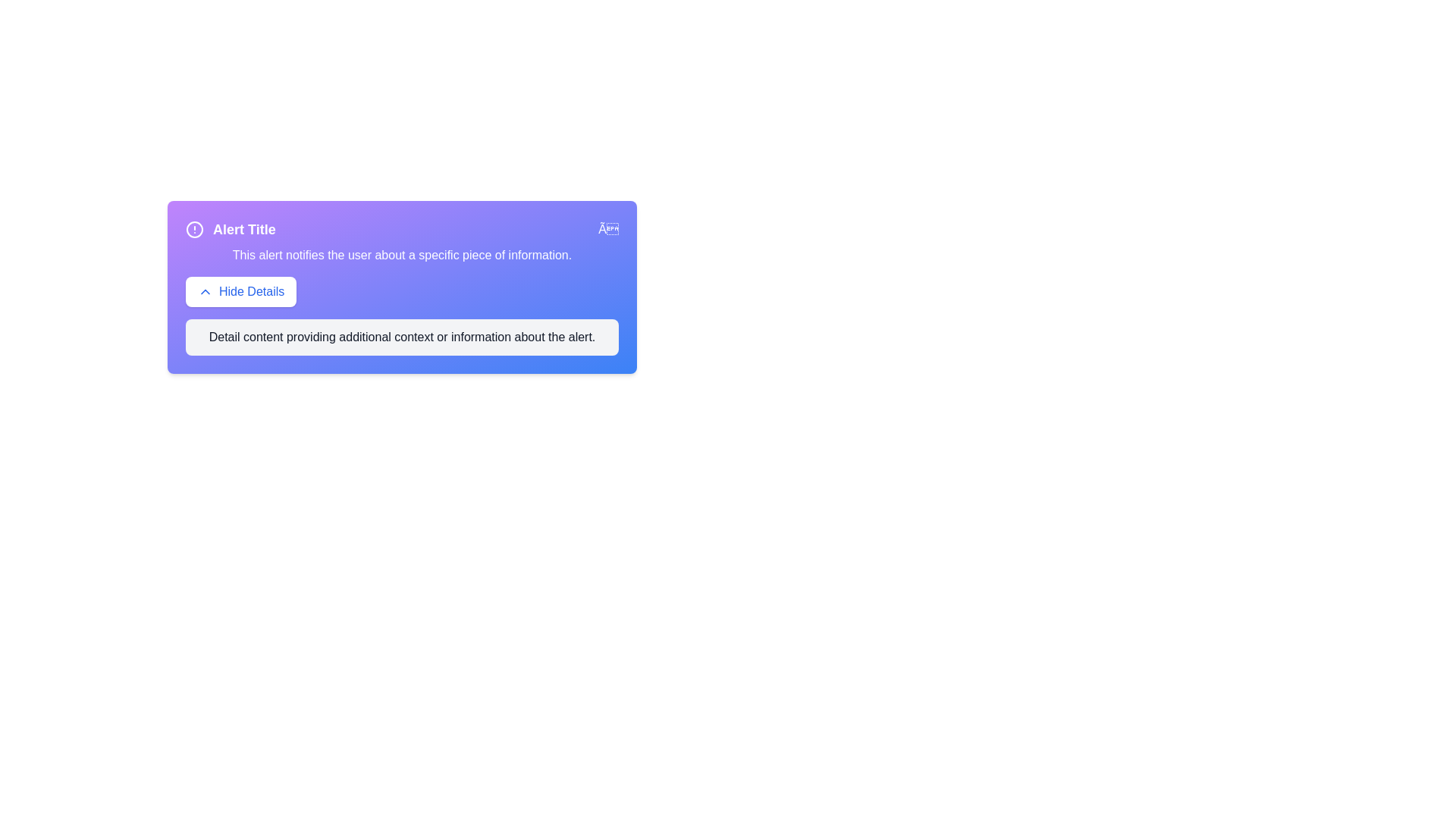 This screenshot has width=1456, height=819. I want to click on the close button to dismiss the notification panel, so click(608, 230).